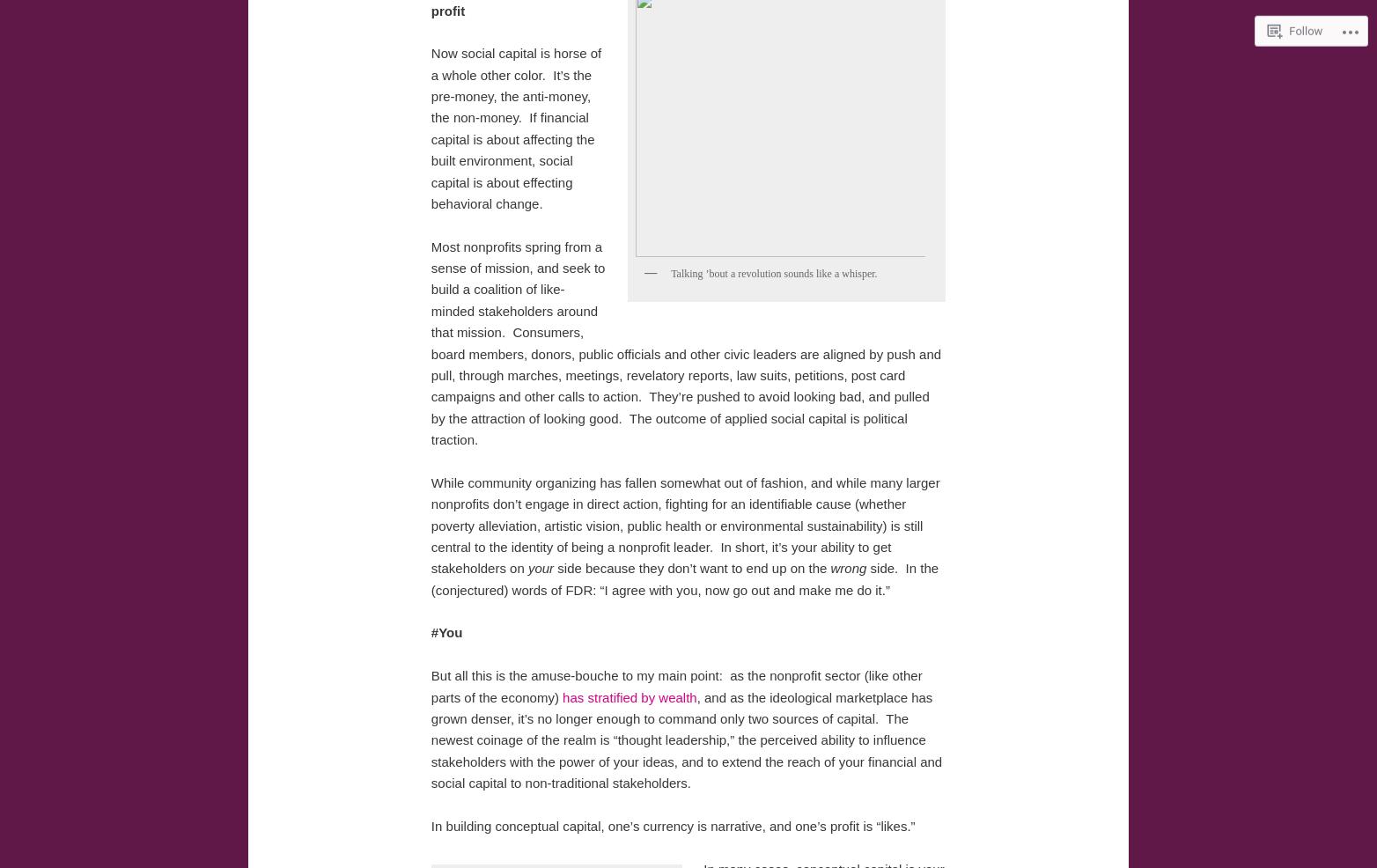 The image size is (1377, 868). I want to click on 'has stratified by wealth', so click(629, 696).